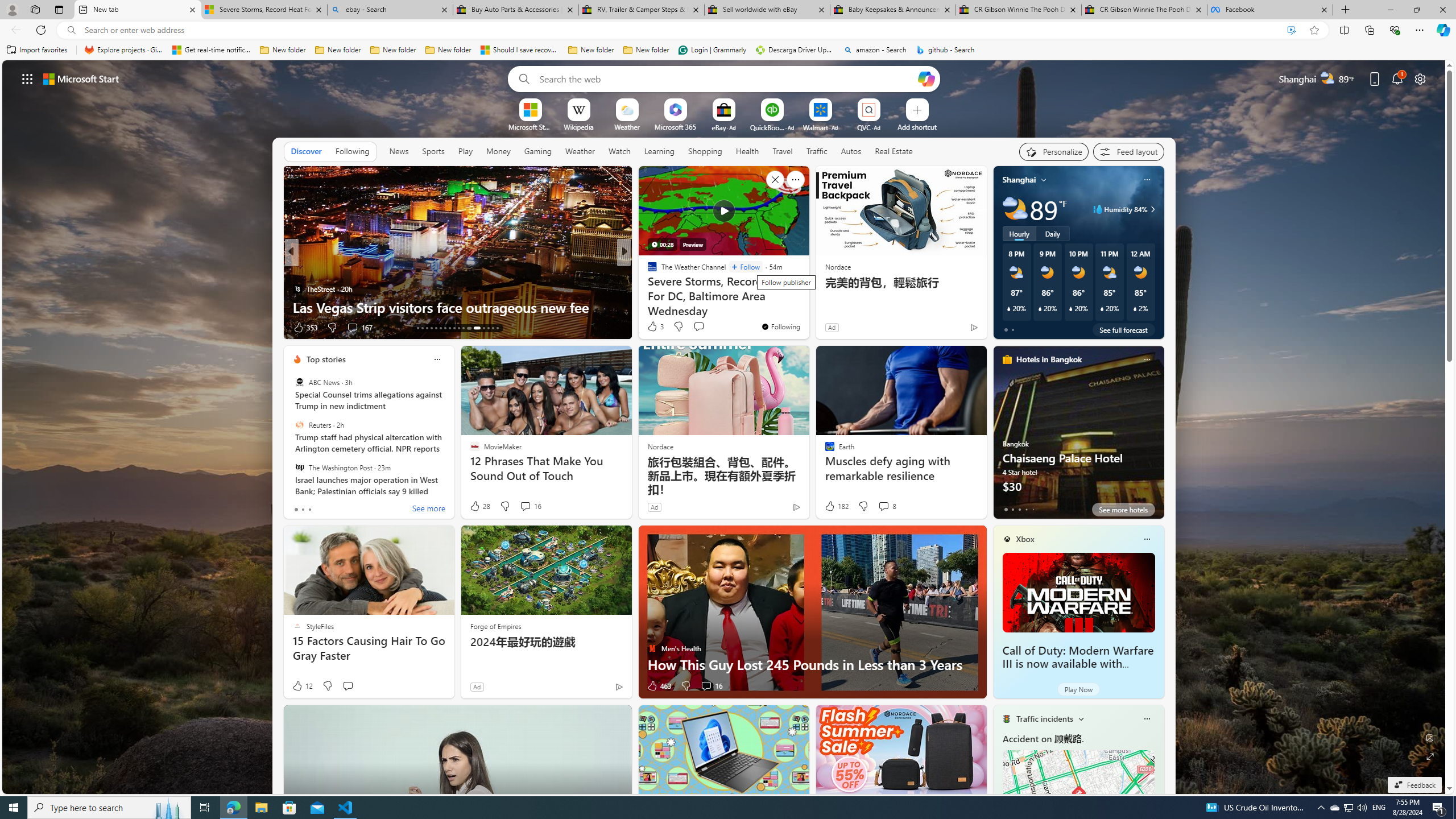 The width and height of the screenshot is (1456, 819). What do you see at coordinates (1015, 209) in the screenshot?
I see `'Partly cloudy'` at bounding box center [1015, 209].